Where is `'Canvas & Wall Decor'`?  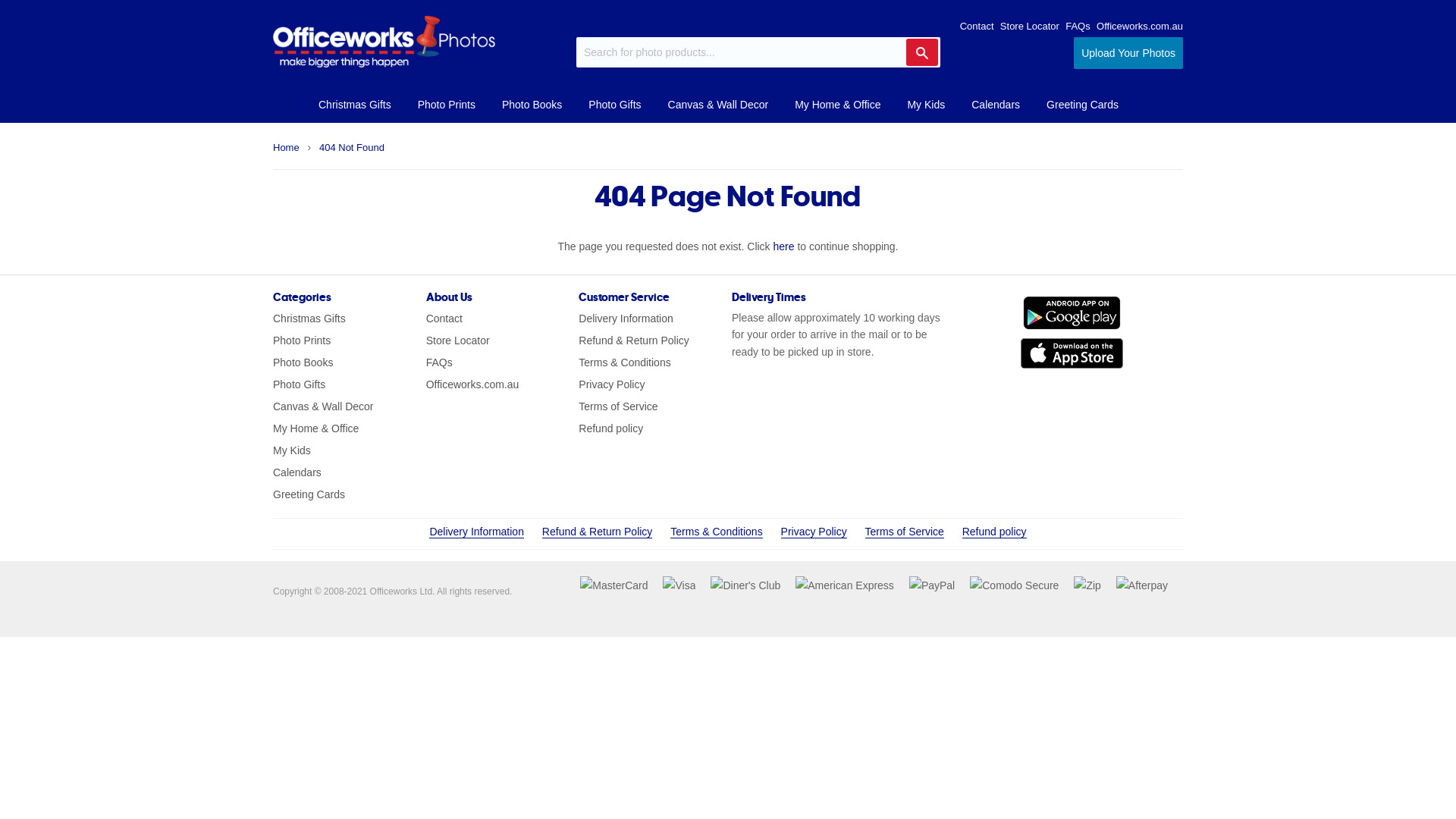
'Canvas & Wall Decor' is located at coordinates (660, 104).